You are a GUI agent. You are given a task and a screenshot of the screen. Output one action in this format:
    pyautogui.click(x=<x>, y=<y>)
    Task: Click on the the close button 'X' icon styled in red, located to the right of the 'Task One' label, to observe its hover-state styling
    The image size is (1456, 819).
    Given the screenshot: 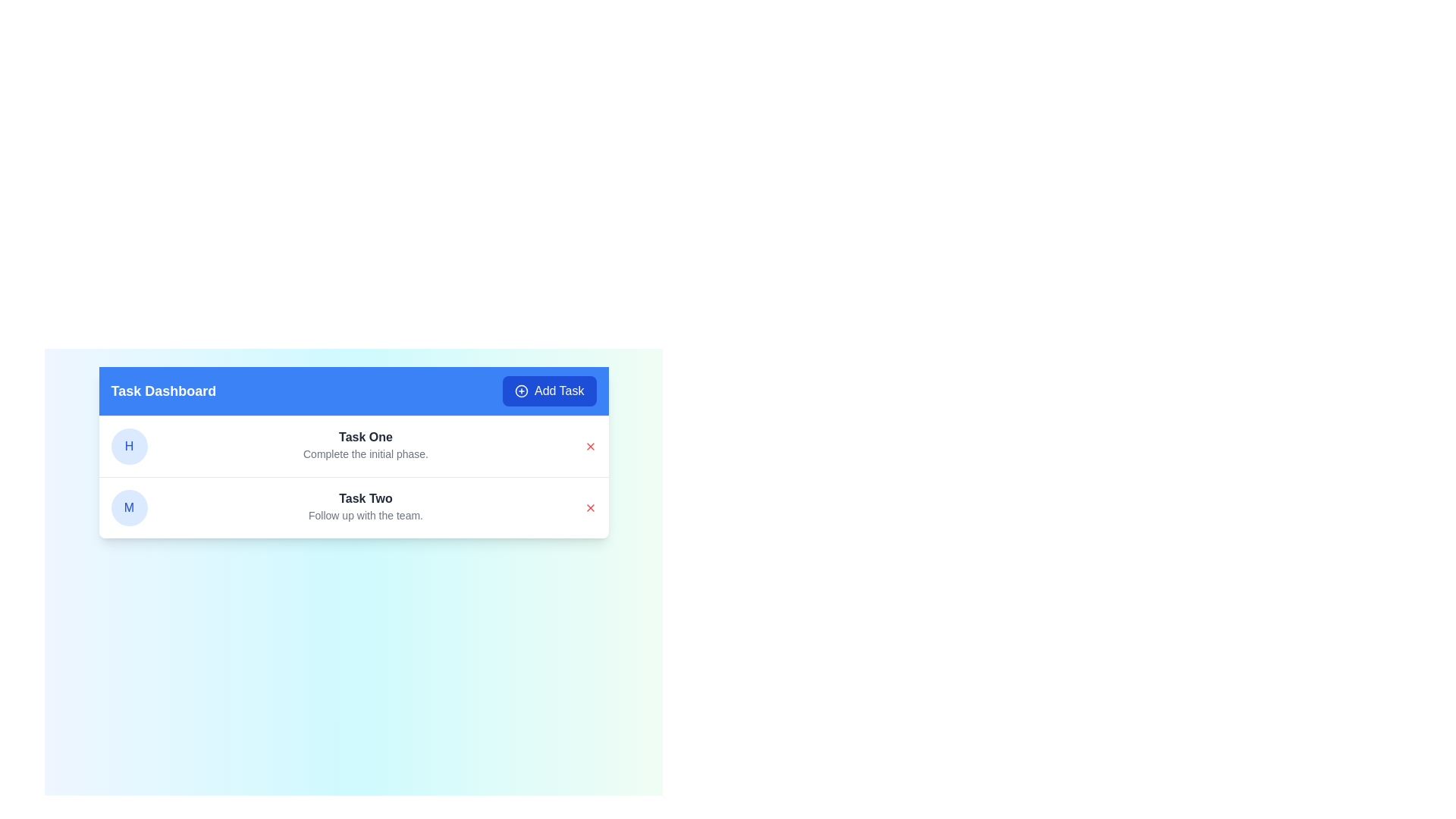 What is the action you would take?
    pyautogui.click(x=589, y=446)
    